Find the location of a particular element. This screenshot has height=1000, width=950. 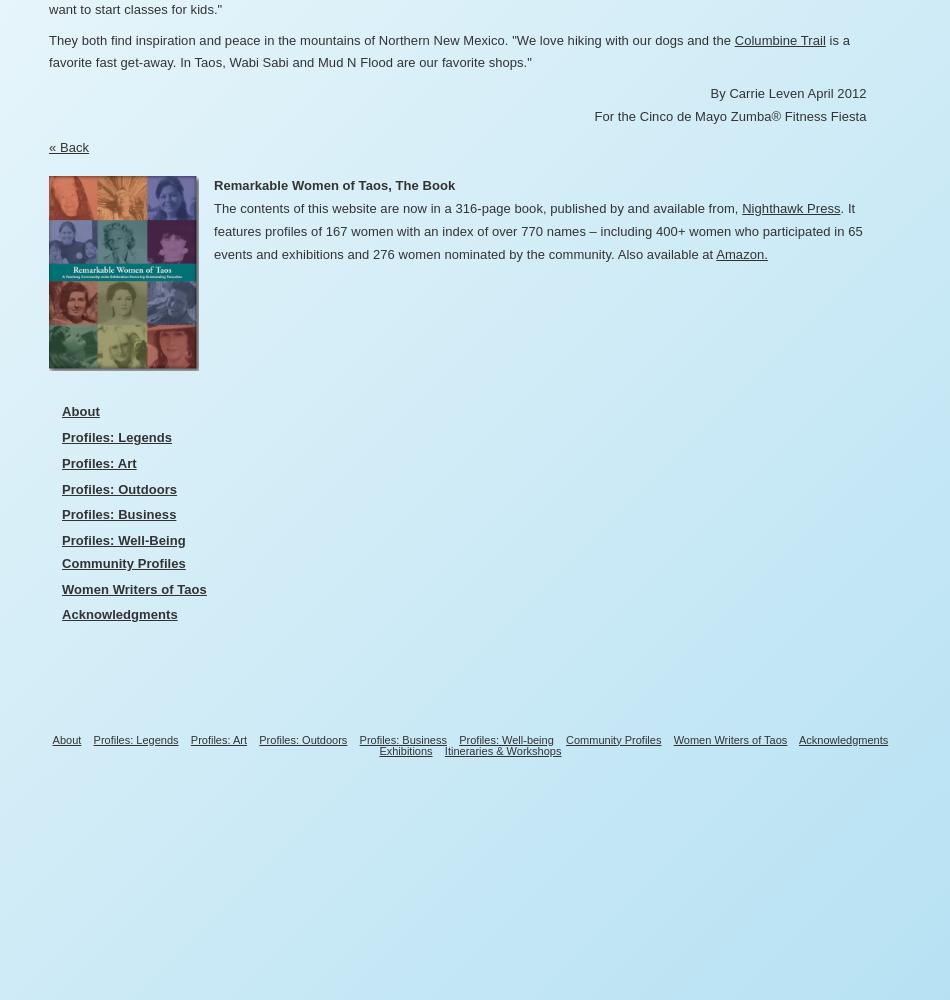

'is a favorite fast get-away. In Taos, Wabi Sabi and Mud N Flood are our favorite shops."' is located at coordinates (447, 51).